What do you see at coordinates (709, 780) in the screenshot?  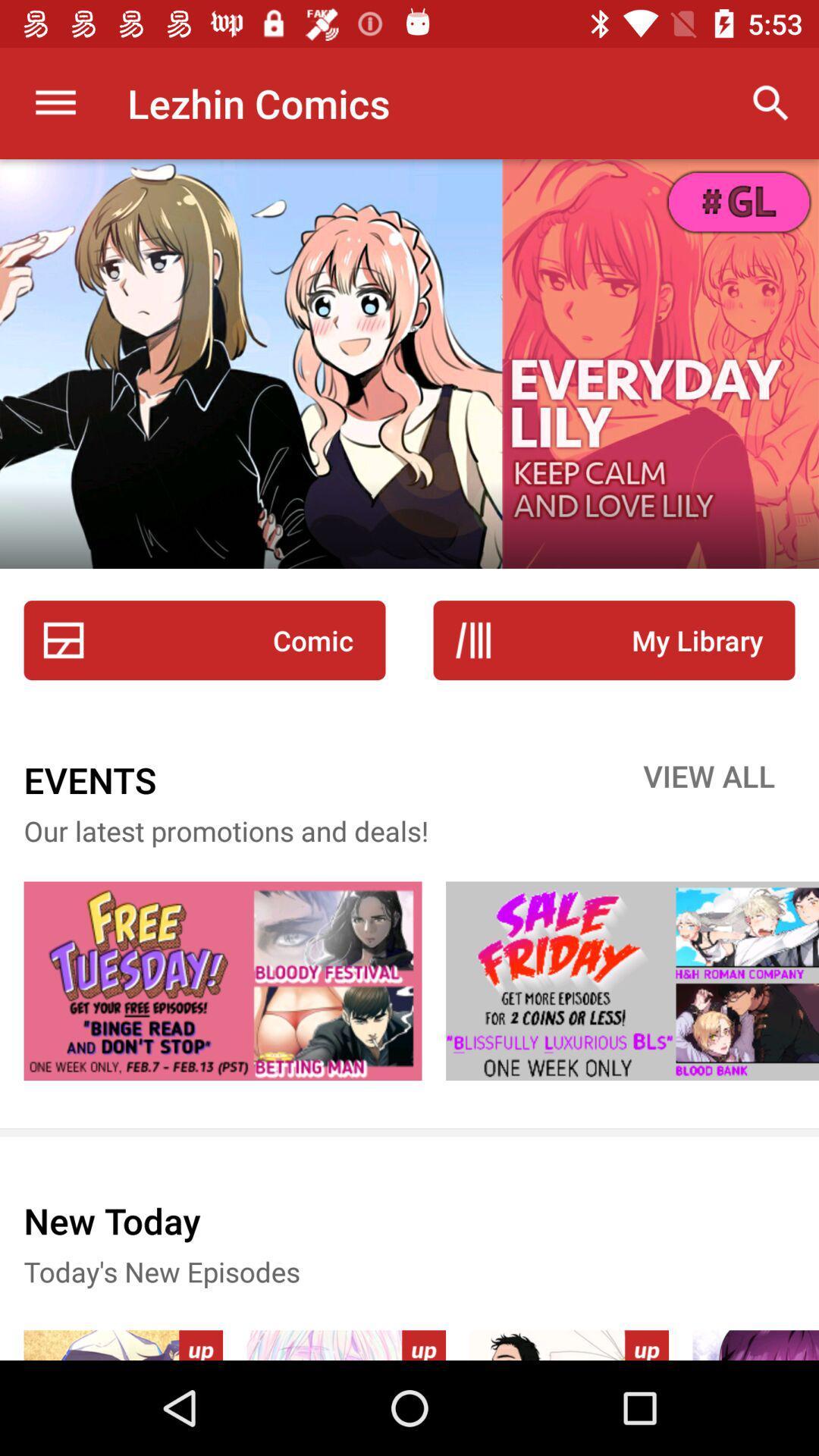 I see `the item below my library` at bounding box center [709, 780].